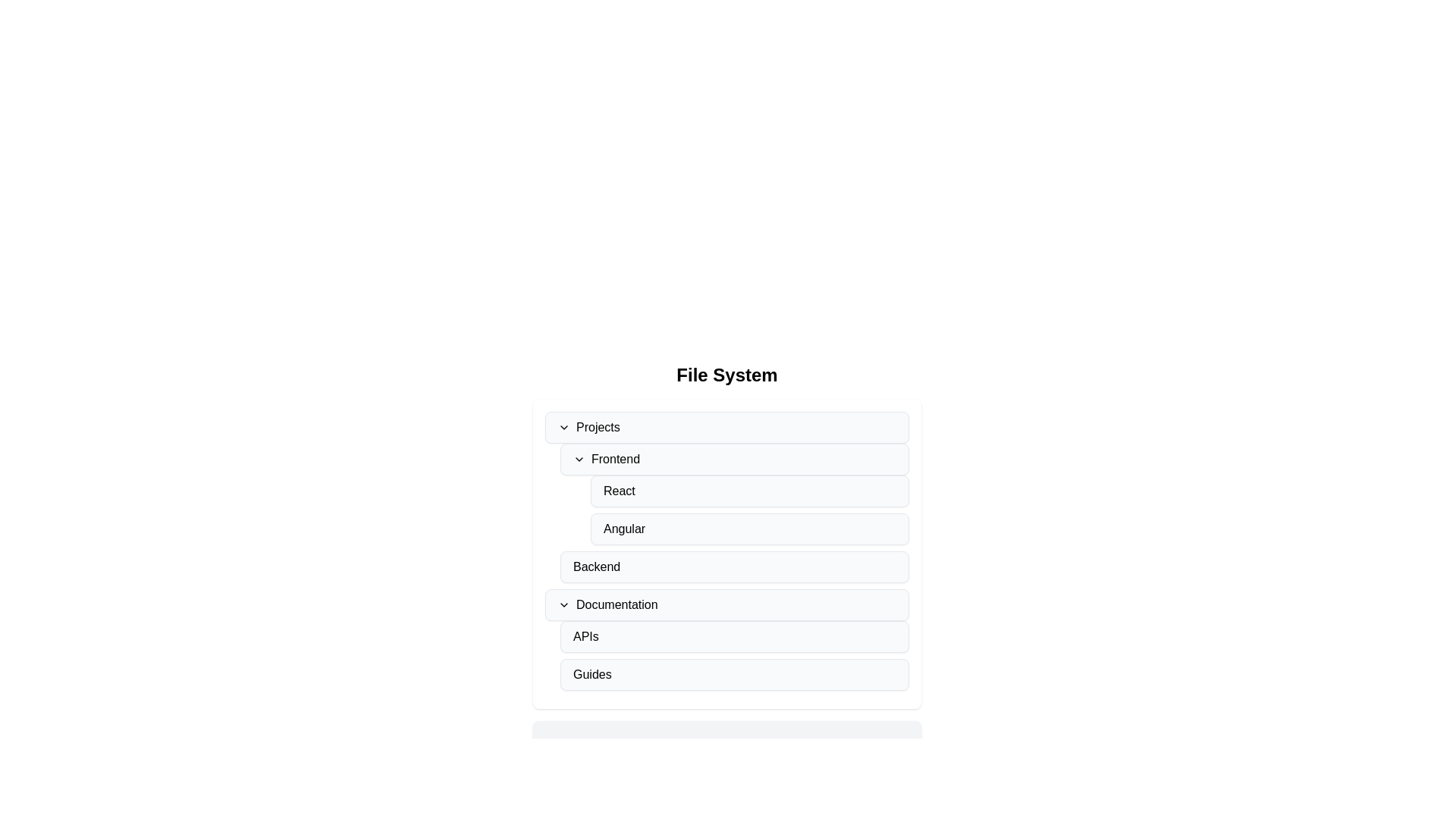 The image size is (1456, 819). Describe the element at coordinates (735, 637) in the screenshot. I see `the button labeled 'APIs' located in the 'Documentation' section` at that location.